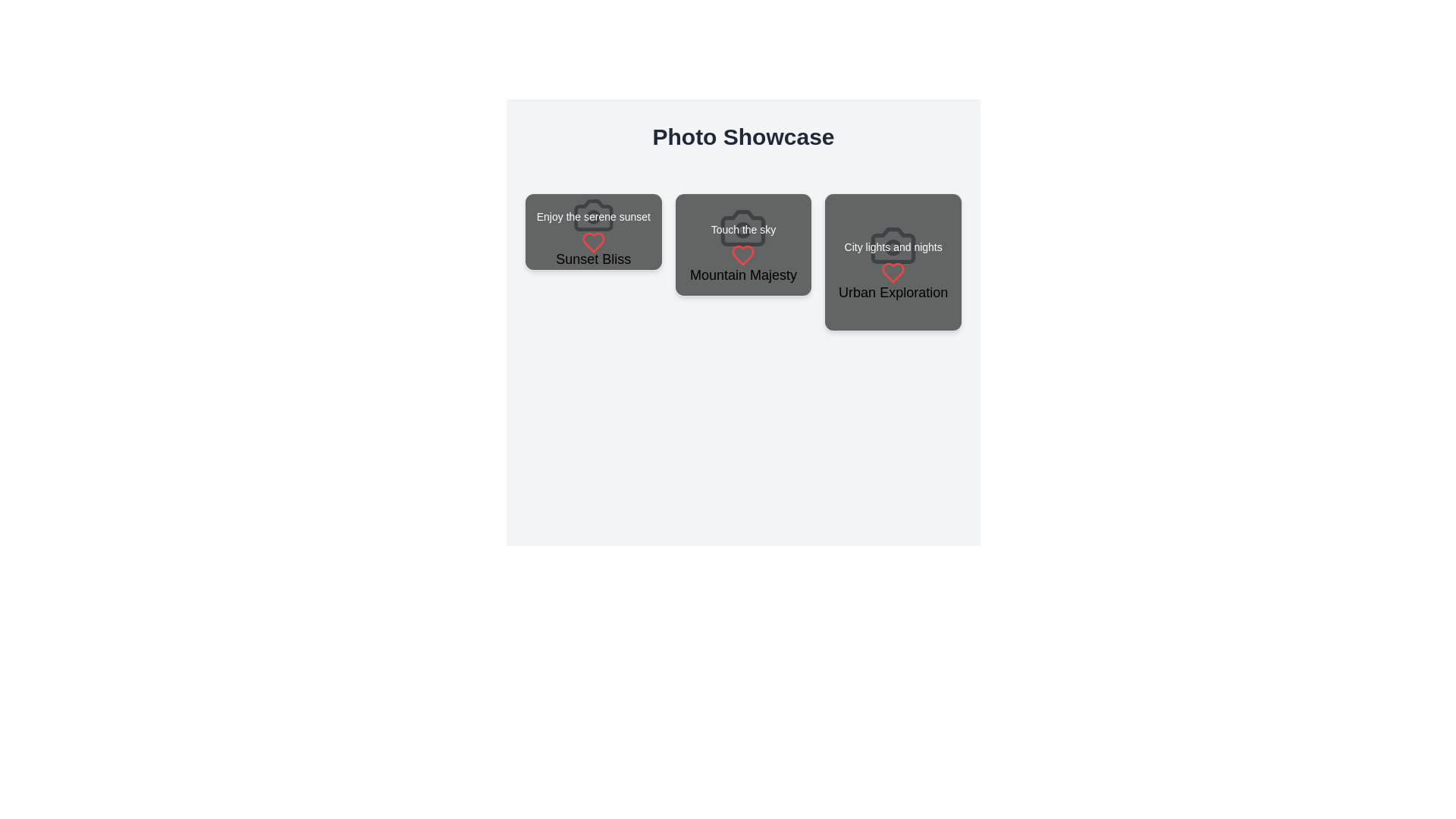 The height and width of the screenshot is (819, 1456). What do you see at coordinates (893, 292) in the screenshot?
I see `the text label indicating 'Urban Exploration' located at the bottom center of the third card from the left` at bounding box center [893, 292].